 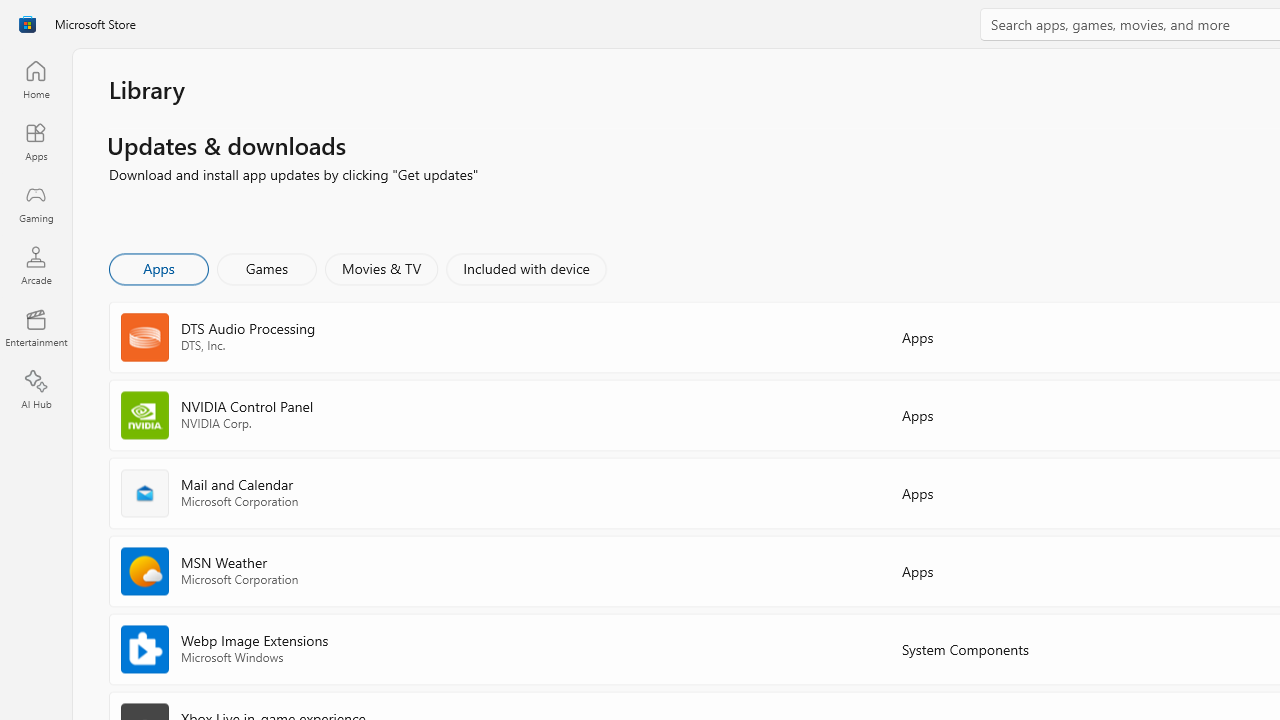 I want to click on 'Movies & TV', so click(x=381, y=267).